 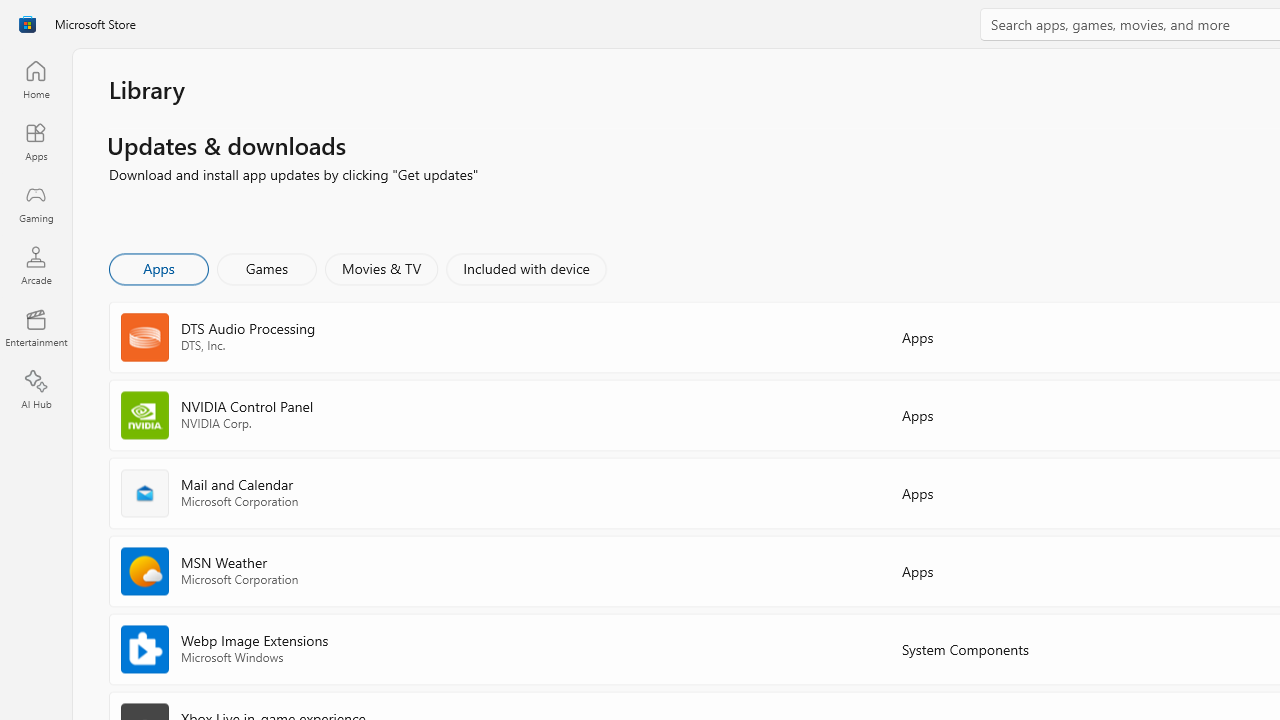 I want to click on 'Movies & TV', so click(x=381, y=267).